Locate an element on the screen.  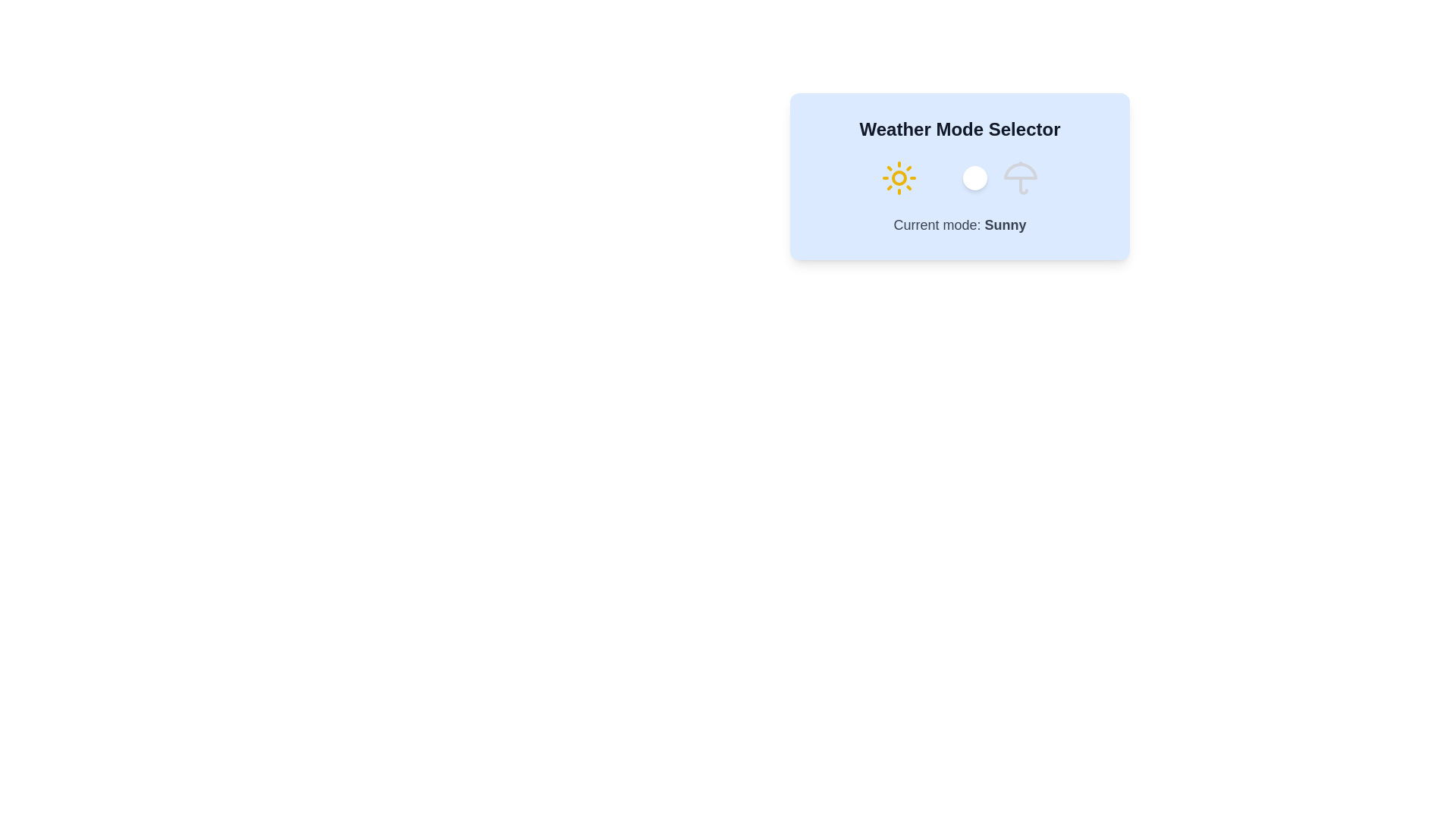
the yellow sun icon with rays, located within the 'Weather Mode Selector' card, which is the leftmost icon in the group, to the left of the toggle switch and umbrella icon is located at coordinates (899, 177).